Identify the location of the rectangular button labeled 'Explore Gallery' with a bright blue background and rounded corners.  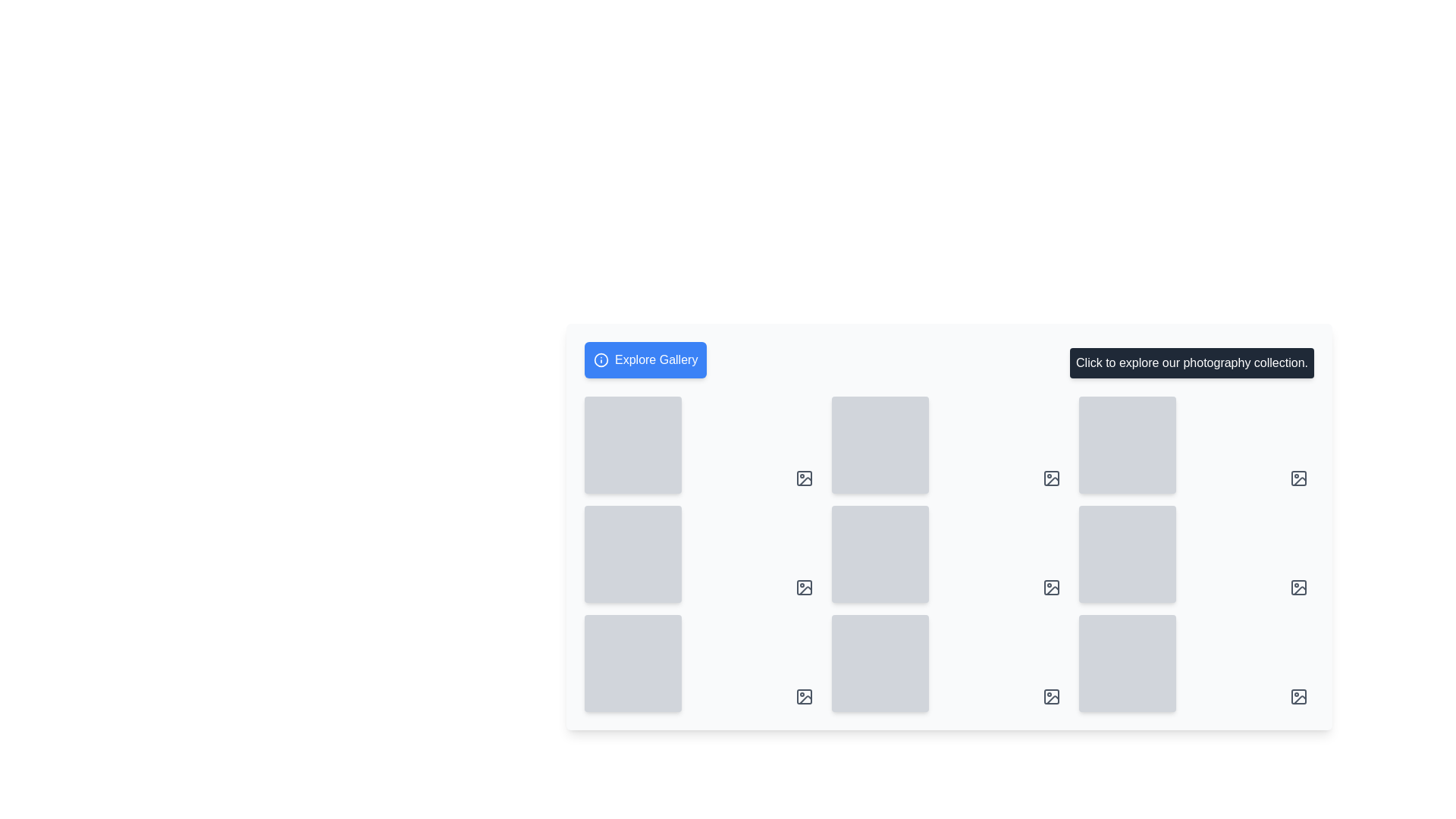
(645, 359).